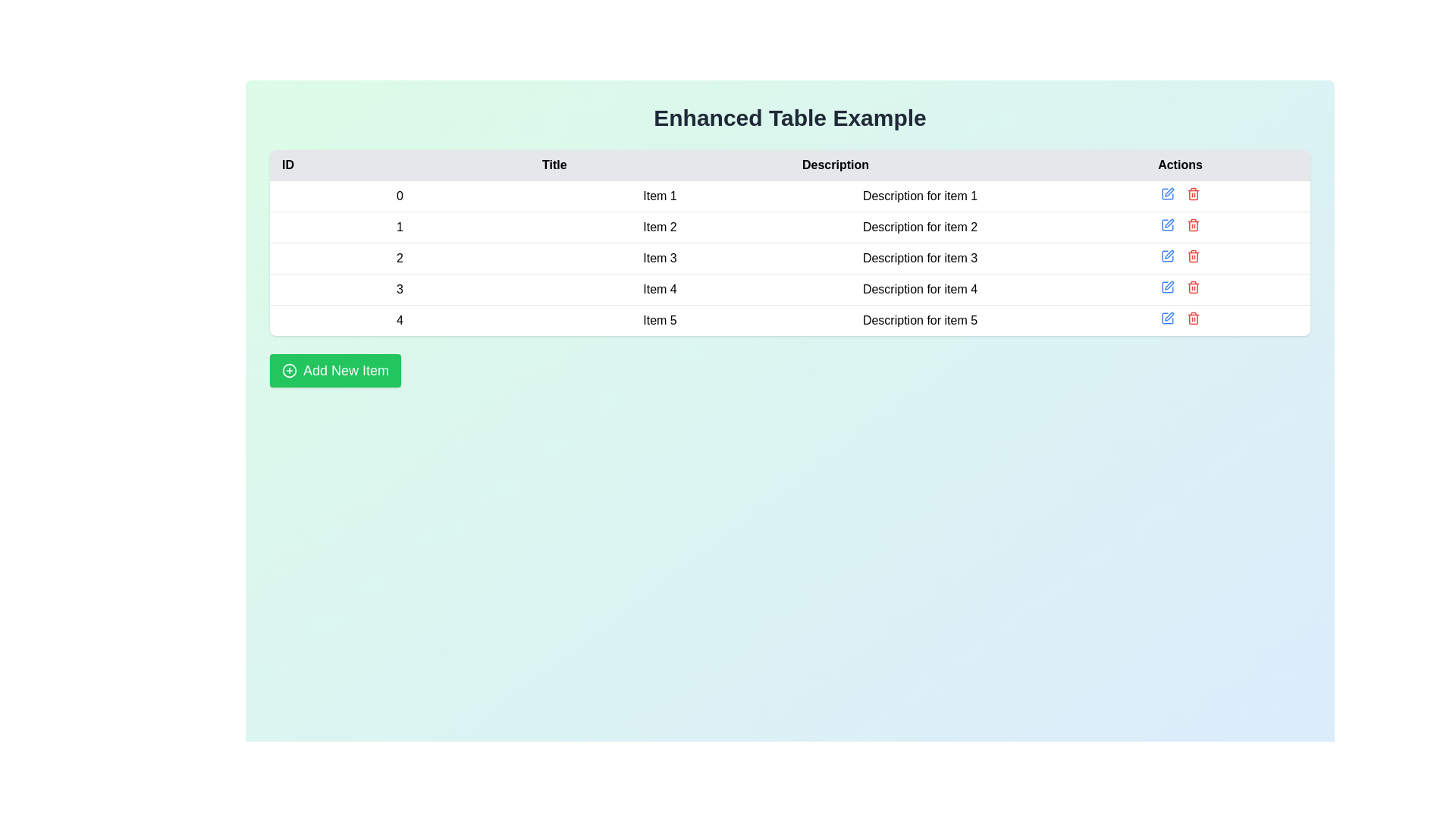  I want to click on the text label displaying 'Description for item 5' located in the last row of the table, specifically in the 'Description' column, so click(919, 319).